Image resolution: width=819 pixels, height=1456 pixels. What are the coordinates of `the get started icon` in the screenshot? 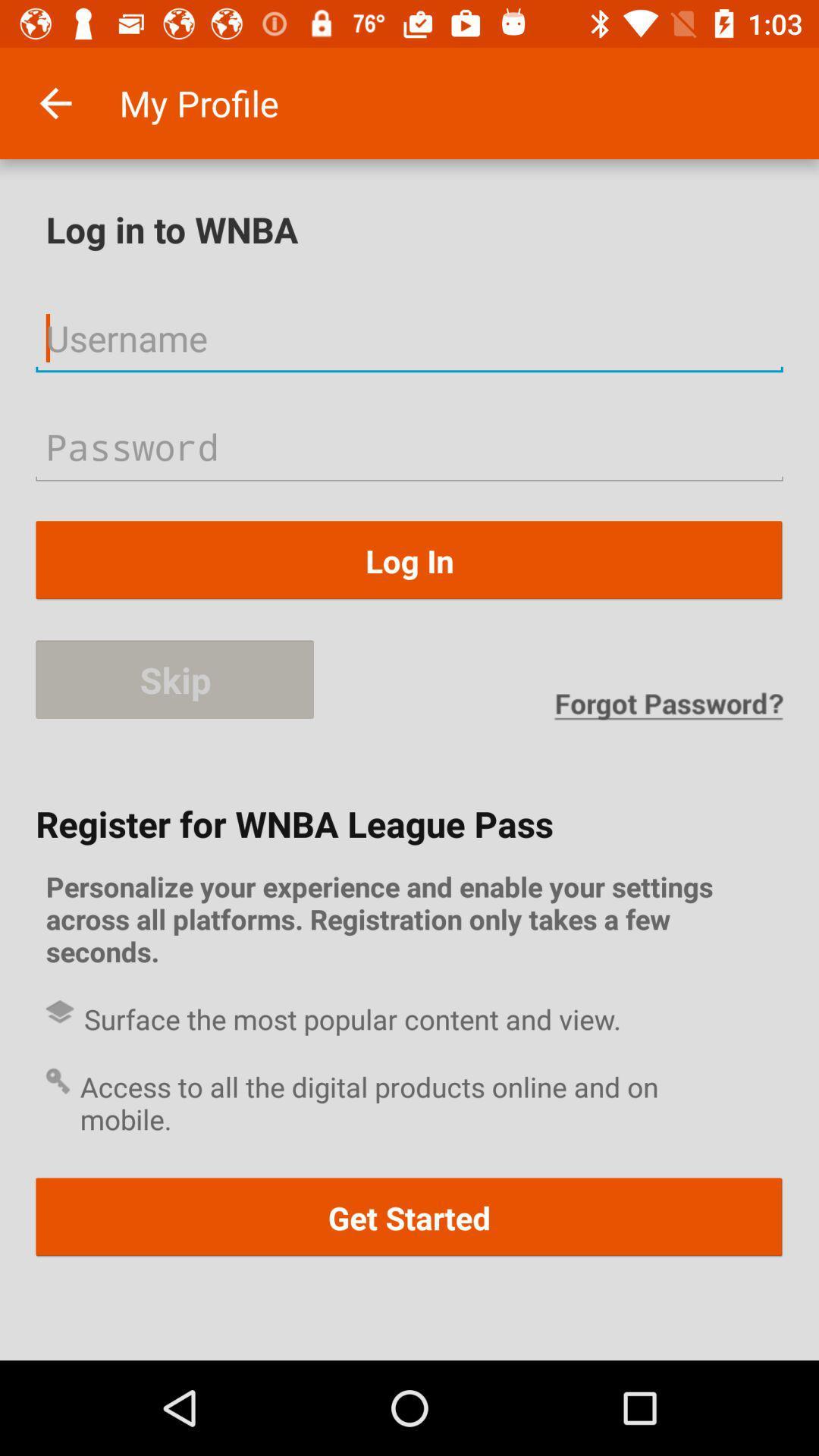 It's located at (409, 1217).